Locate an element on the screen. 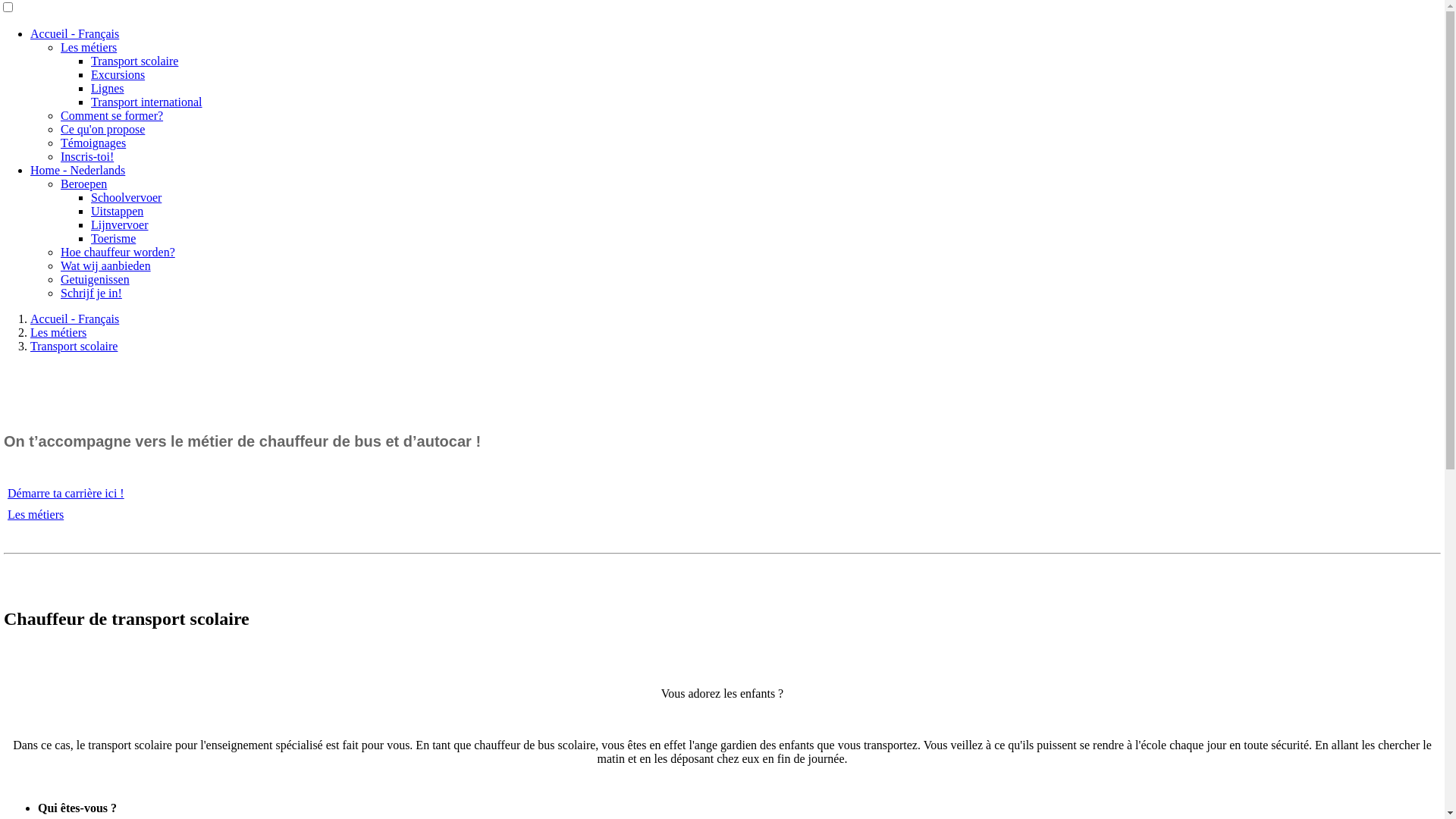  'Toerisme' is located at coordinates (112, 238).